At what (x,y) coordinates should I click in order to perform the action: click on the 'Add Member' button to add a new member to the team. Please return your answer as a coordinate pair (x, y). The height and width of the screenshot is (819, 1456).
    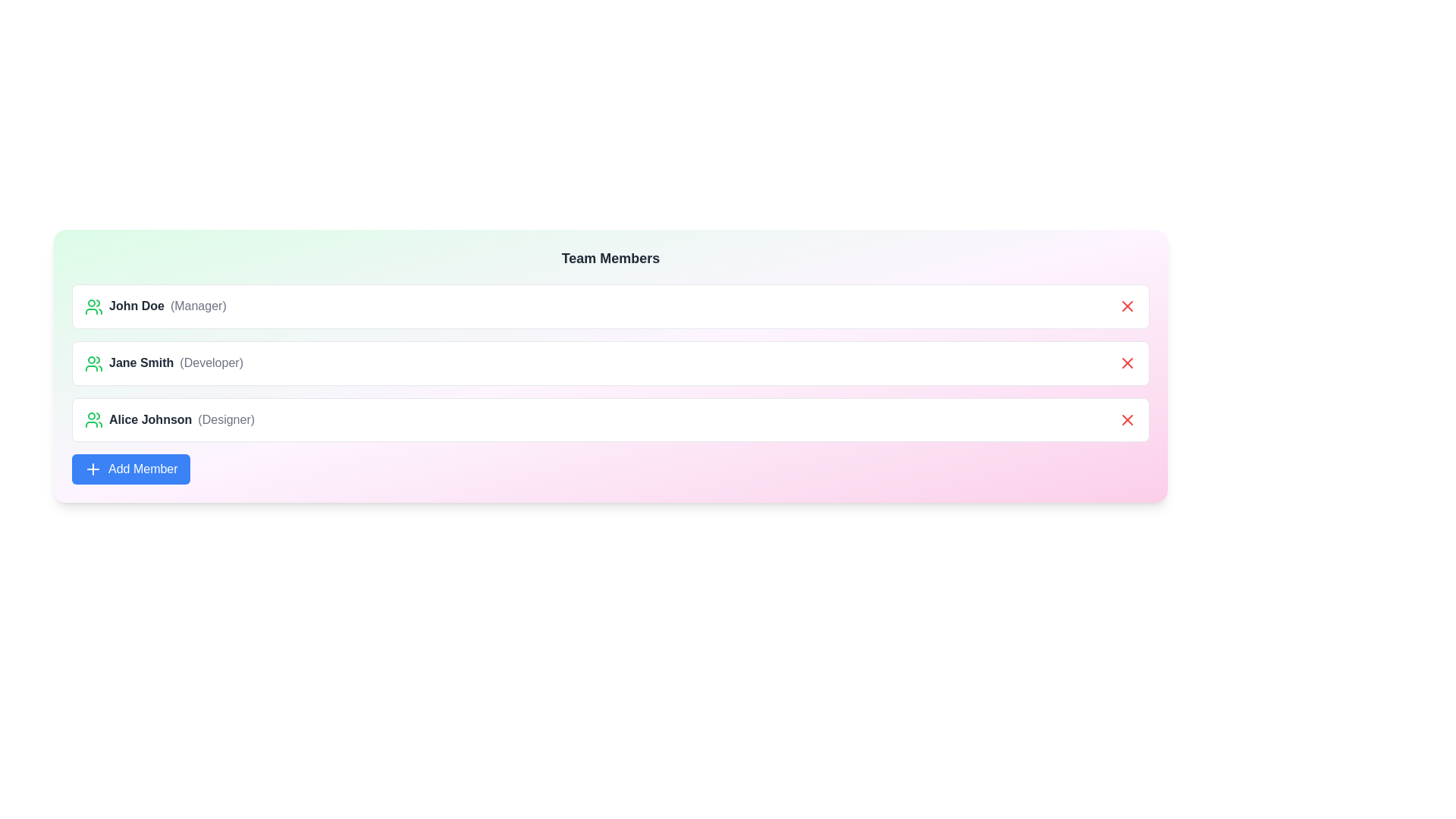
    Looking at the image, I should click on (130, 468).